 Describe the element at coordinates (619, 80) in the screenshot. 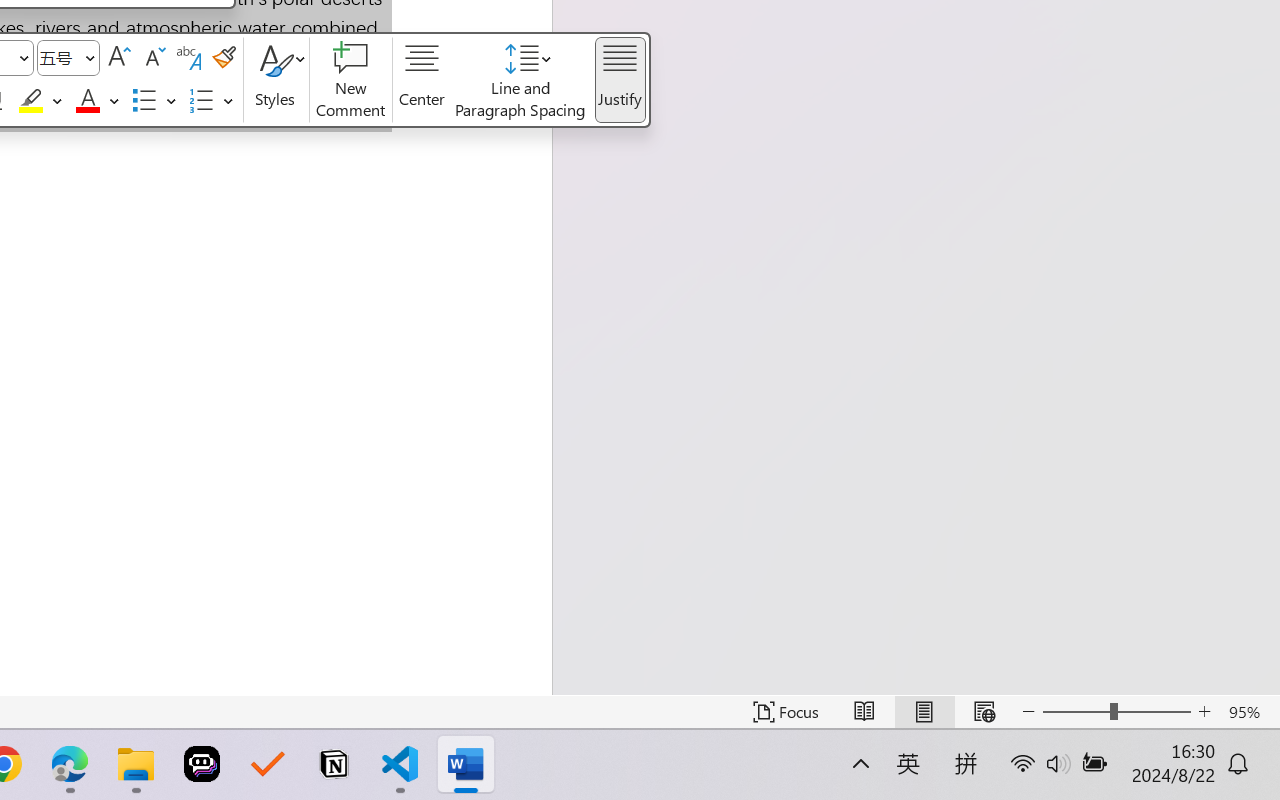

I see `'Justify'` at that location.